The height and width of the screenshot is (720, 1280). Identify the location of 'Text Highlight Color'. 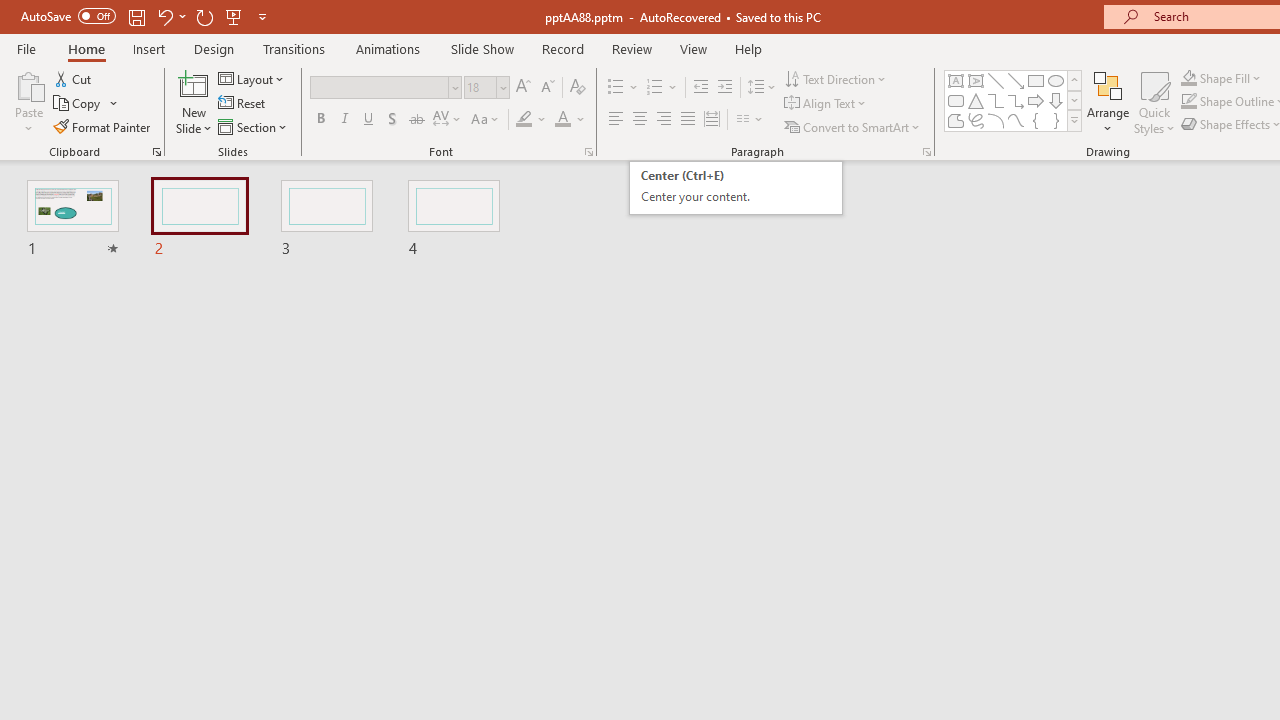
(531, 119).